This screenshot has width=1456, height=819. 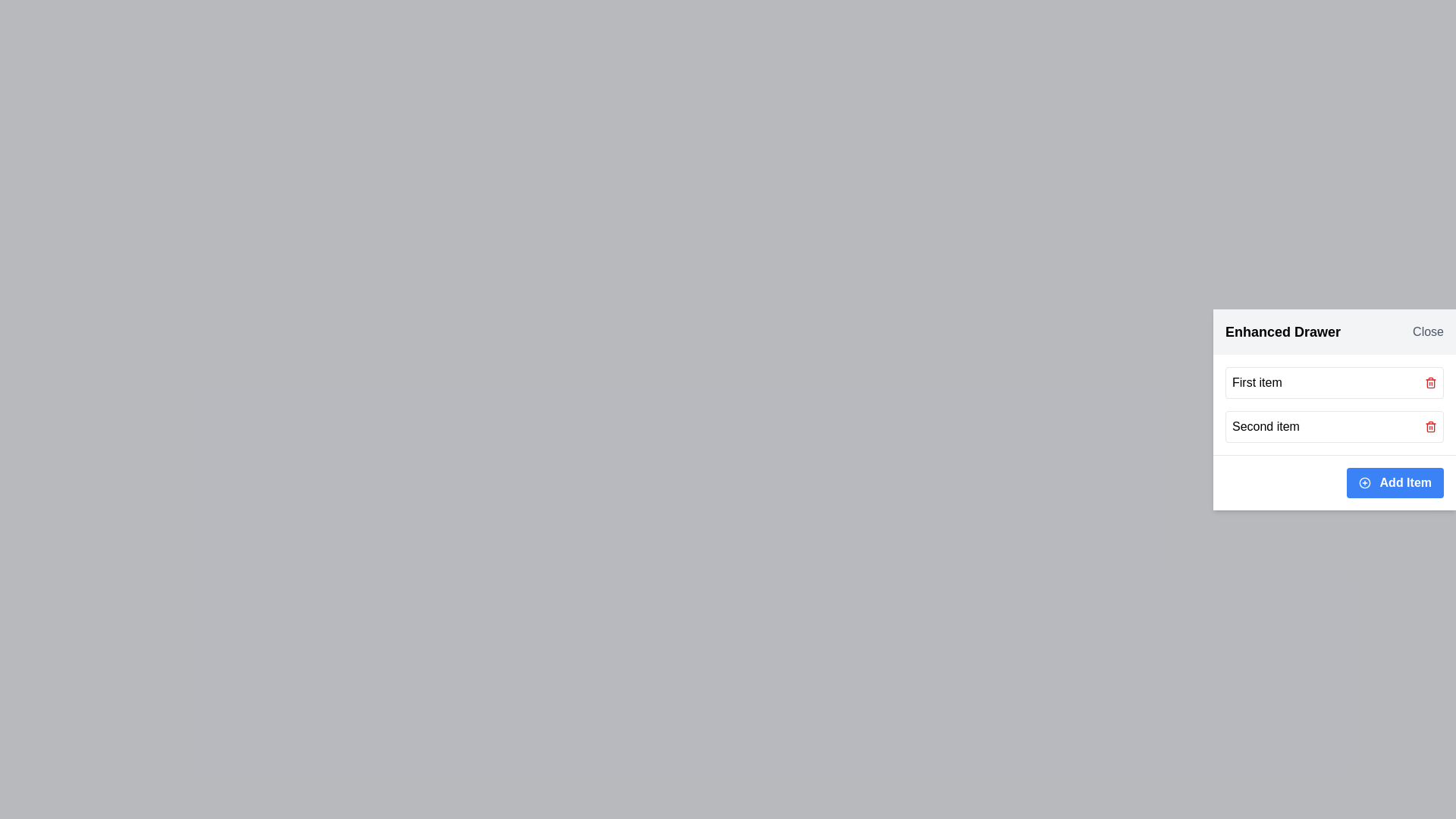 What do you see at coordinates (1429, 382) in the screenshot?
I see `the trash icon button associated with the 'Second item'` at bounding box center [1429, 382].